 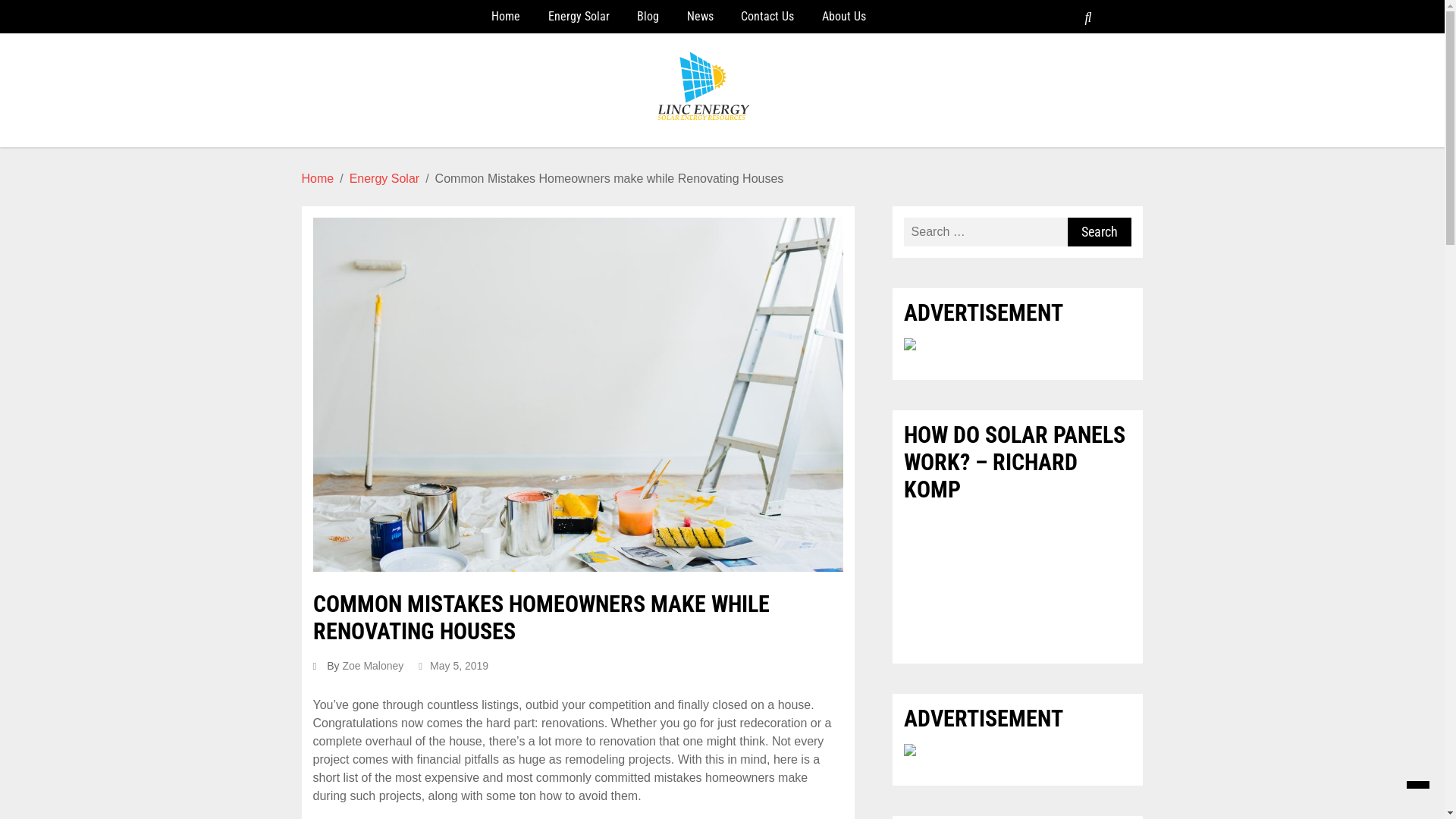 What do you see at coordinates (372, 665) in the screenshot?
I see `'Zoe Maloney'` at bounding box center [372, 665].